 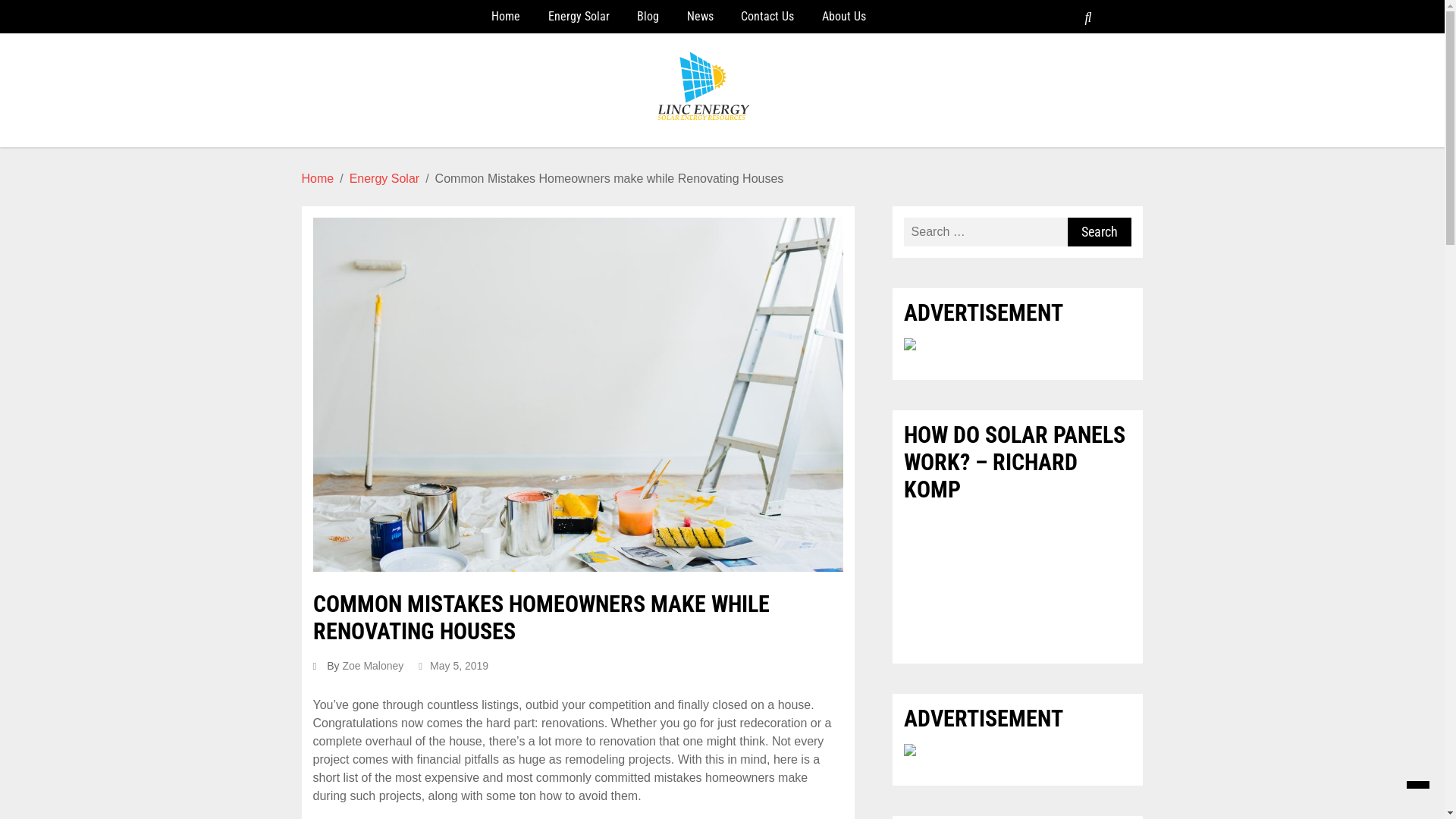 What do you see at coordinates (372, 665) in the screenshot?
I see `'Zoe Maloney'` at bounding box center [372, 665].